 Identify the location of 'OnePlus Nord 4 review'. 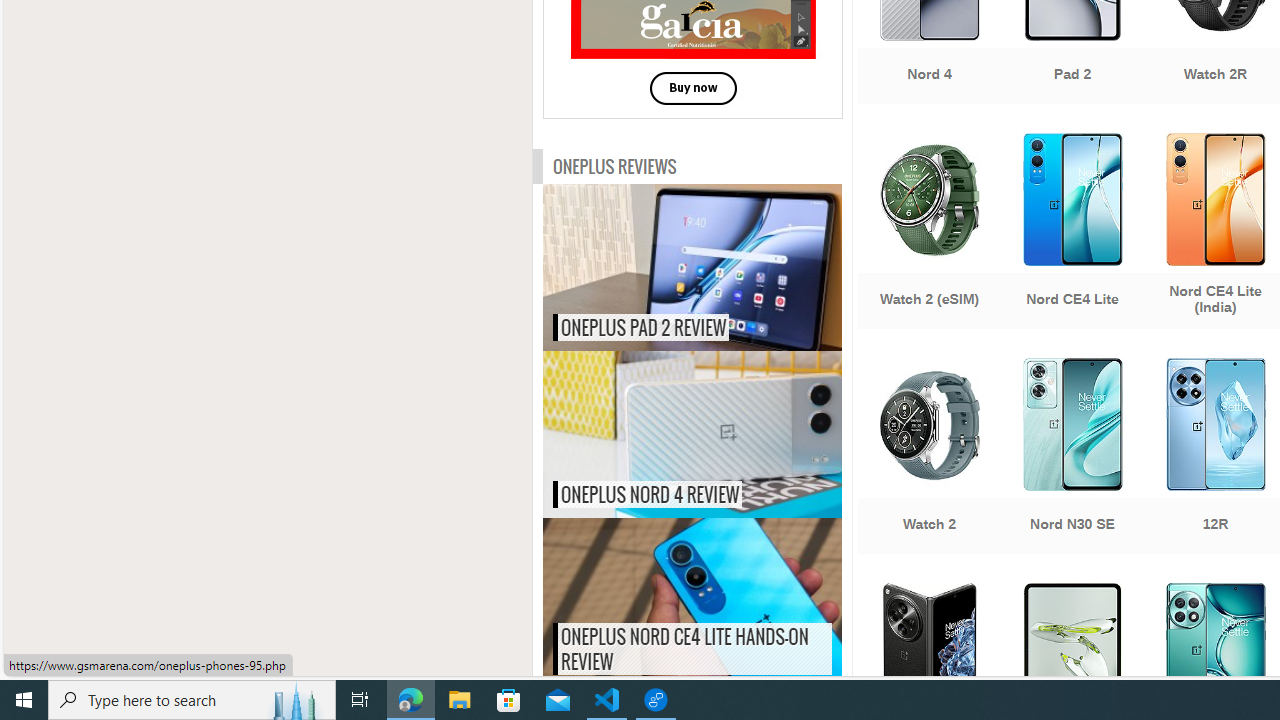
(733, 433).